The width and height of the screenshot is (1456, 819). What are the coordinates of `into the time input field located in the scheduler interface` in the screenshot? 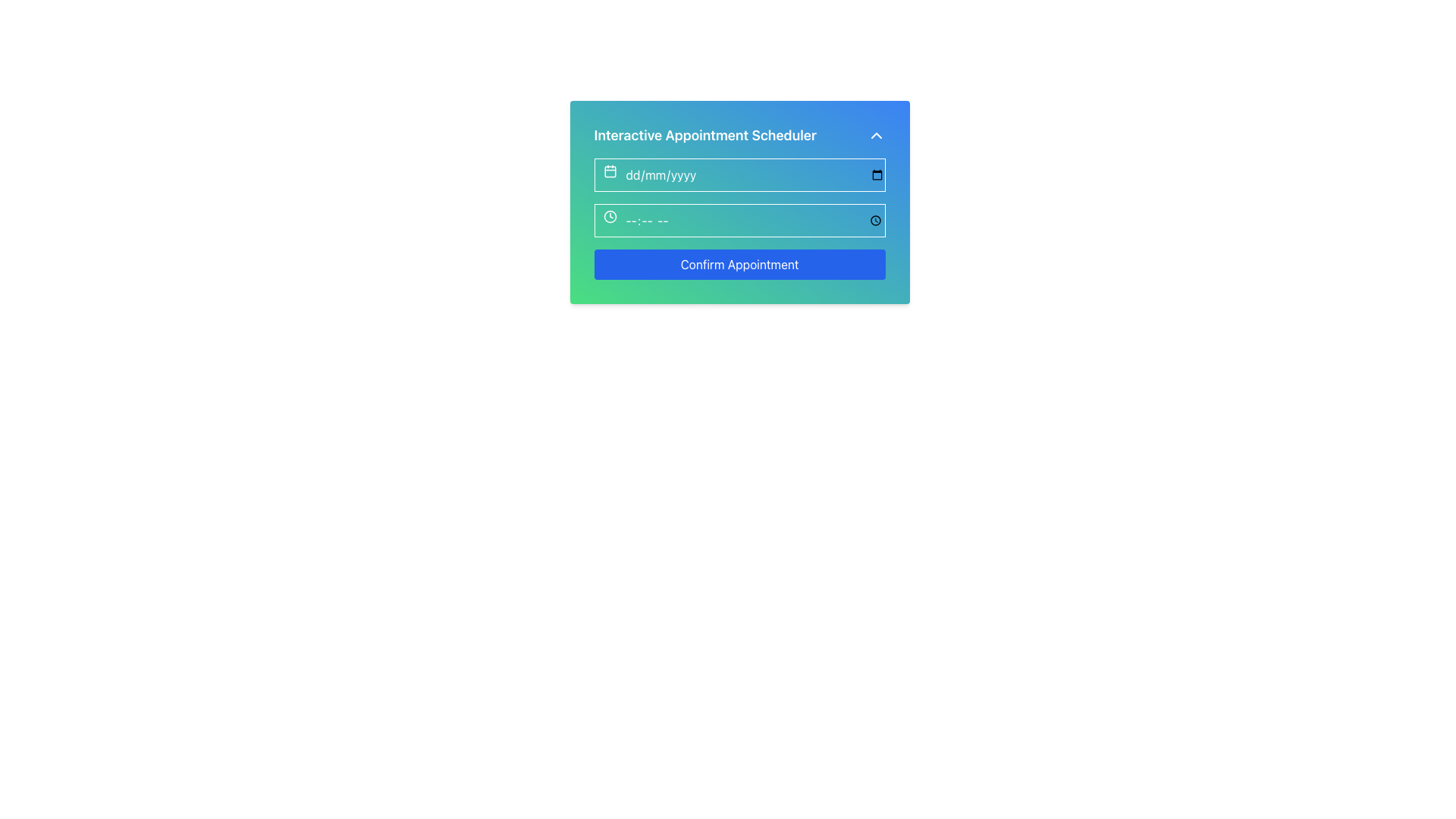 It's located at (739, 220).